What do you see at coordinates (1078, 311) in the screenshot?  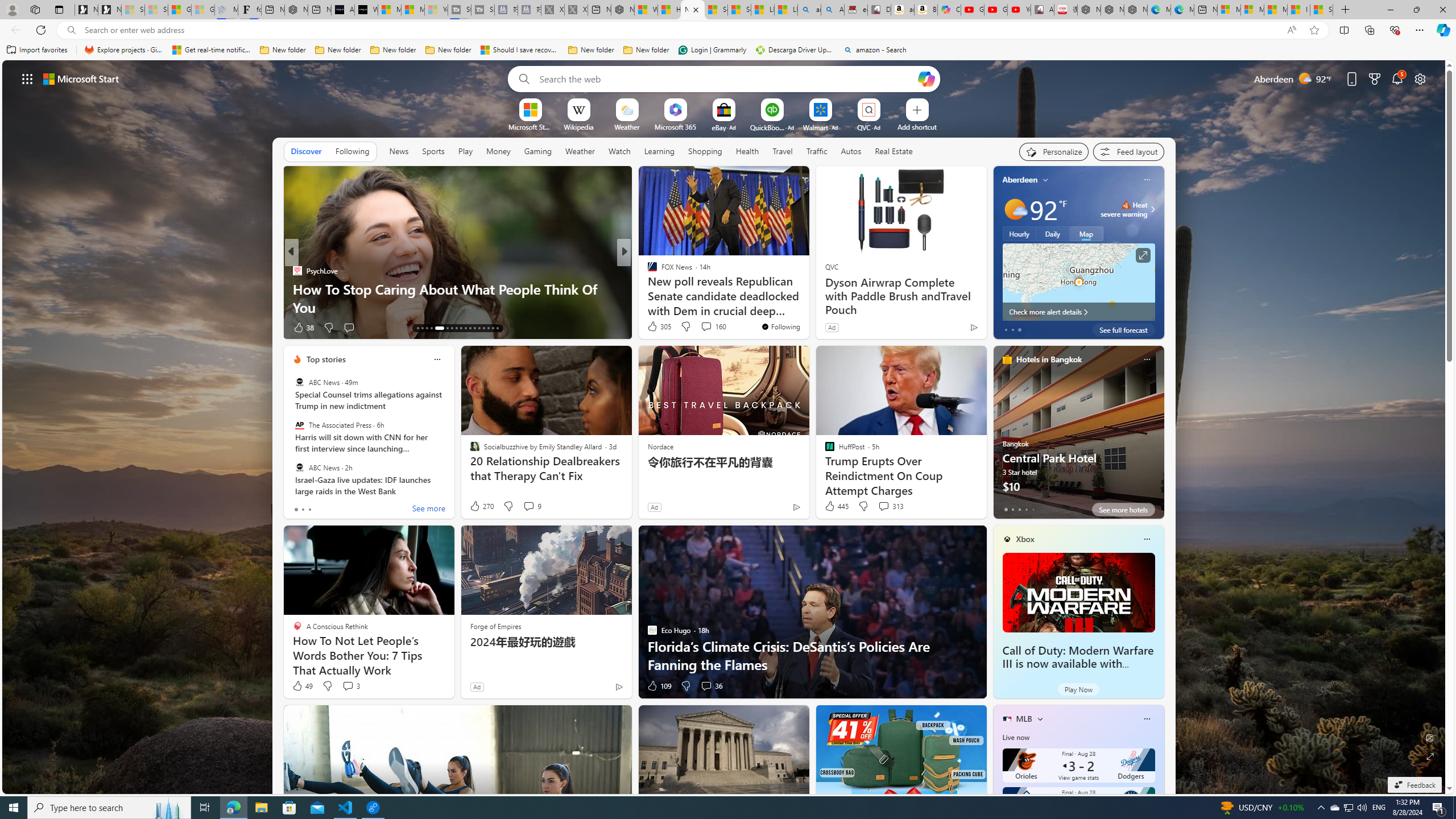 I see `'Check more alert details'` at bounding box center [1078, 311].